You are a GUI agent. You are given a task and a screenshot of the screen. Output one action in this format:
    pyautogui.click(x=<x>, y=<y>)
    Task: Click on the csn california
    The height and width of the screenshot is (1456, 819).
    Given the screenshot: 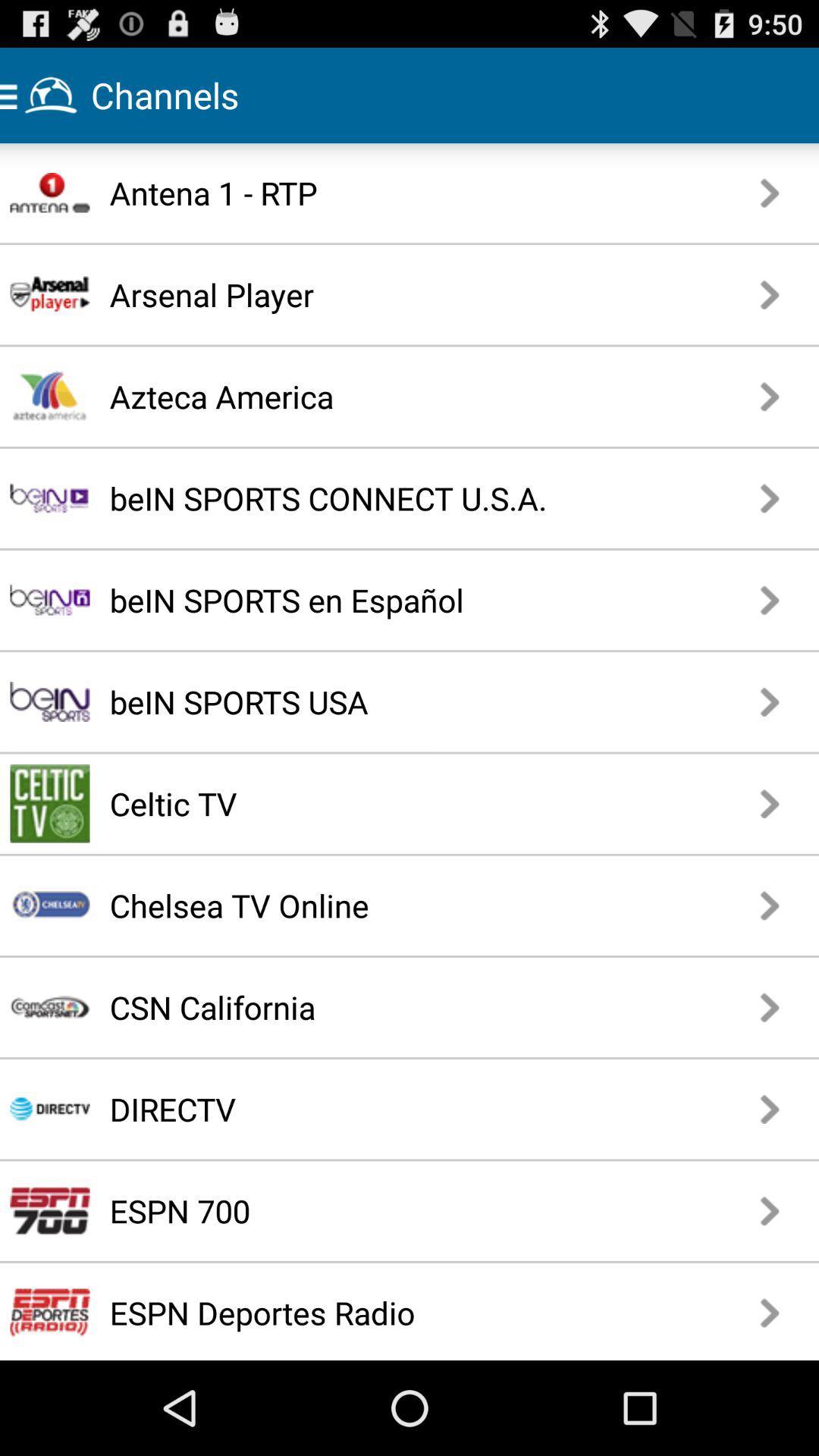 What is the action you would take?
    pyautogui.click(x=367, y=1007)
    